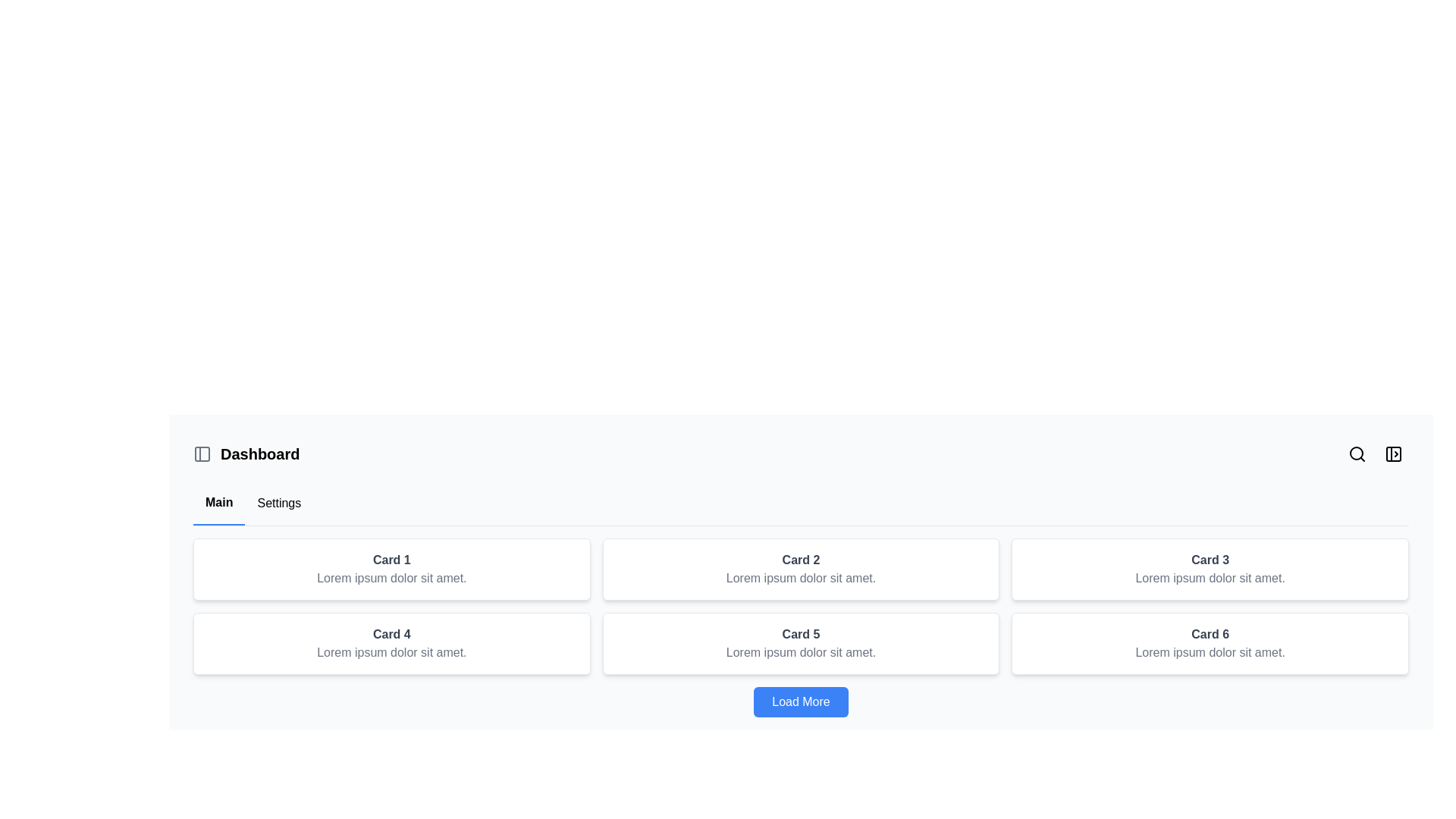  Describe the element at coordinates (391, 570) in the screenshot. I see `the first Grid item card located at the top-left corner of the grid layout, which is positioned to the left of 'Card 2' and above 'Card 4'` at that location.